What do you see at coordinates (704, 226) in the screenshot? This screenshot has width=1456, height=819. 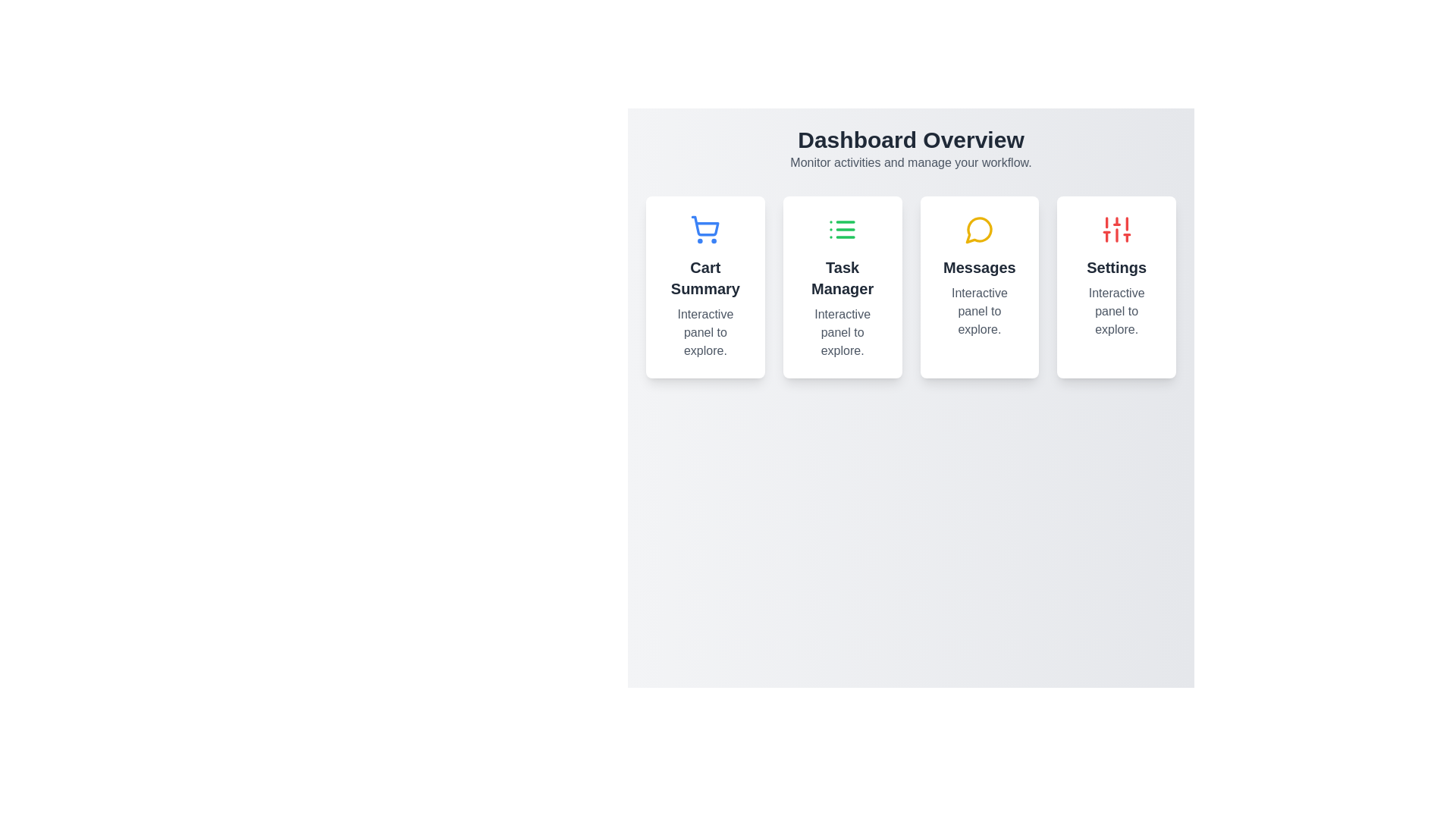 I see `the shopping cart icon located at the top left of the first card` at bounding box center [704, 226].